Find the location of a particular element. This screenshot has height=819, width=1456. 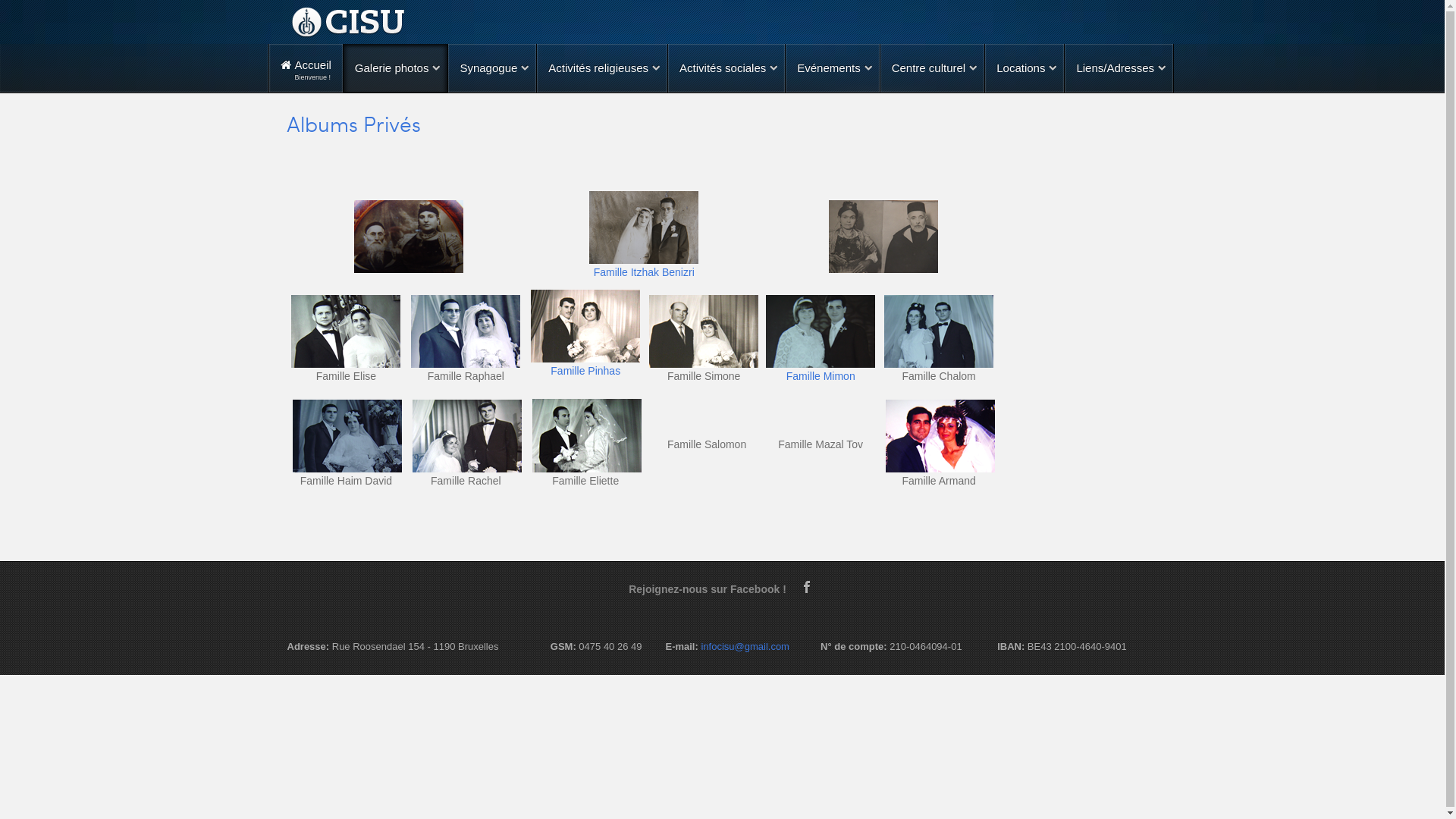

'Famille Mimon' is located at coordinates (820, 375).